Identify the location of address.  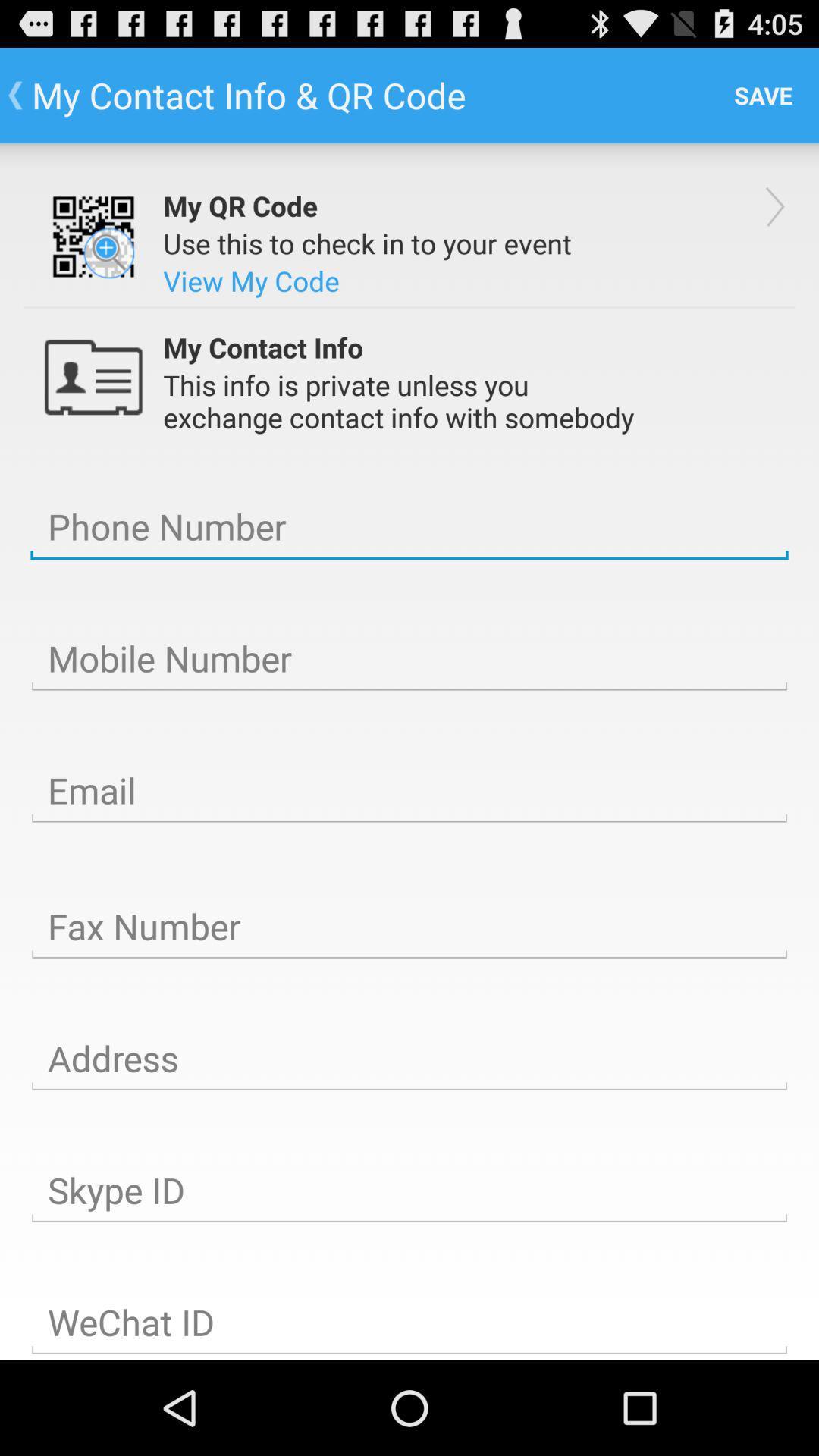
(409, 1058).